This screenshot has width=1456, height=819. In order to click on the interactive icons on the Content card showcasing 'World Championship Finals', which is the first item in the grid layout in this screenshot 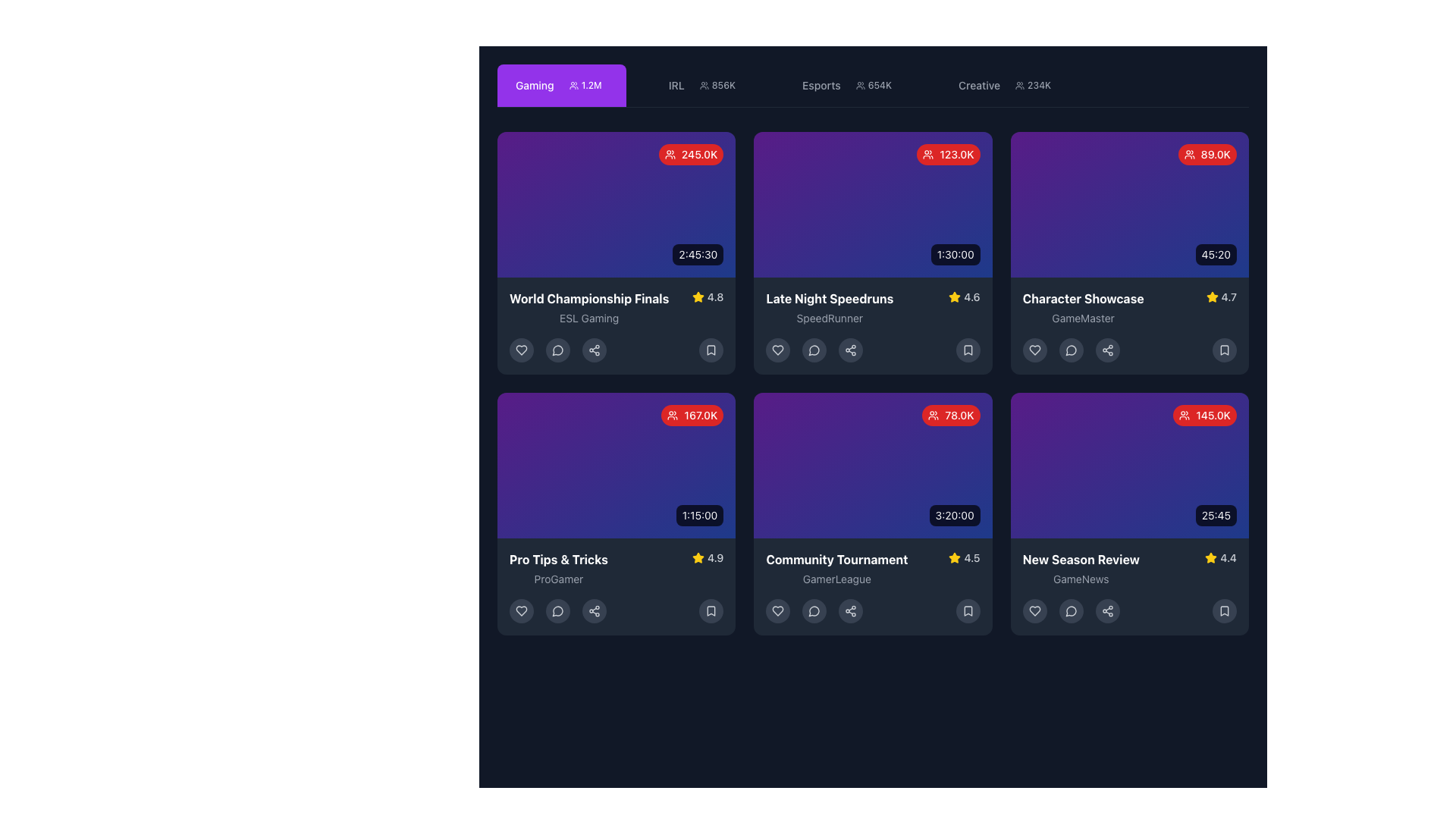, I will do `click(617, 253)`.